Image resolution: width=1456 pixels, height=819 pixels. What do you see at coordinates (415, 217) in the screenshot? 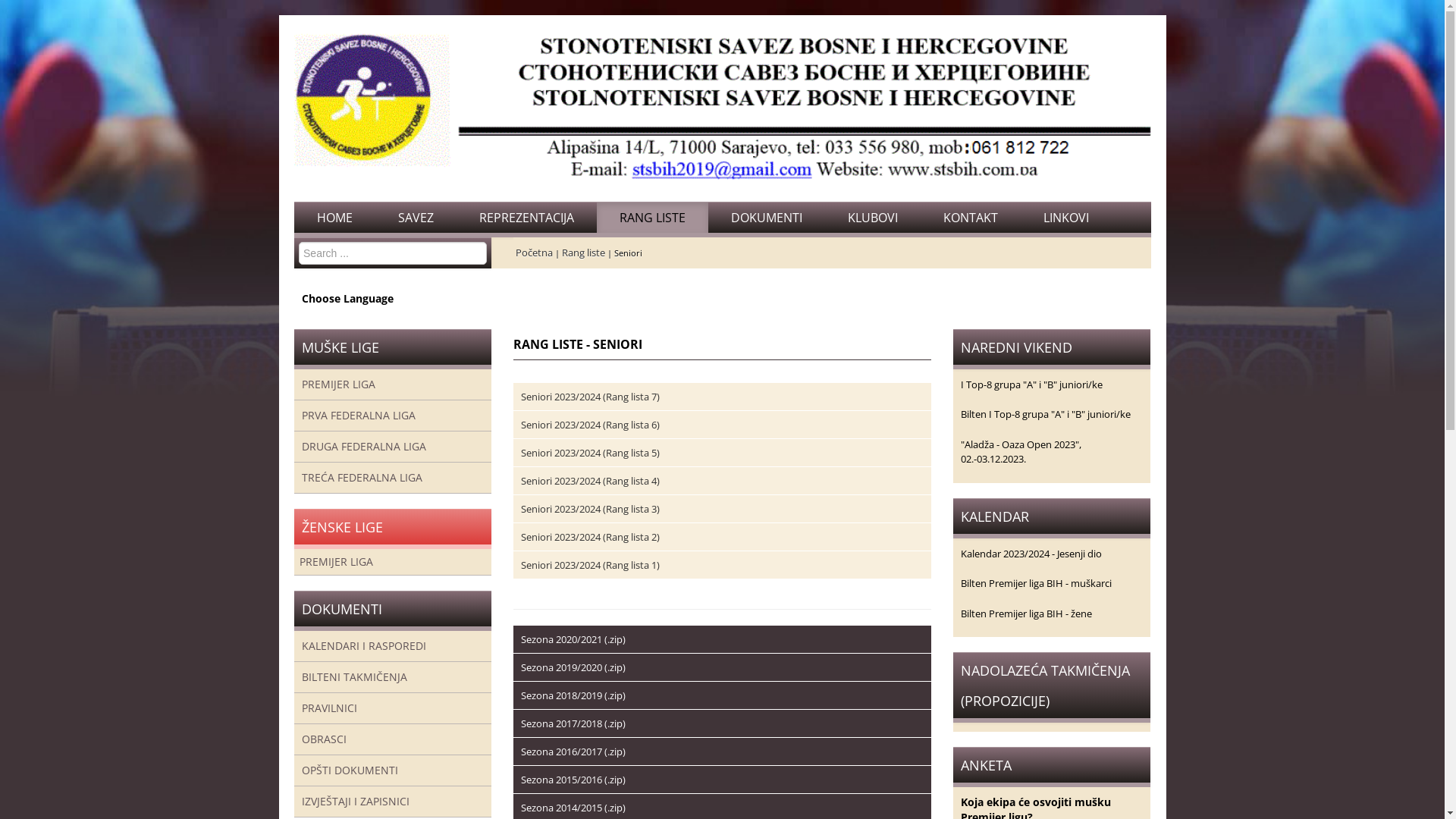
I see `'SAVEZ'` at bounding box center [415, 217].